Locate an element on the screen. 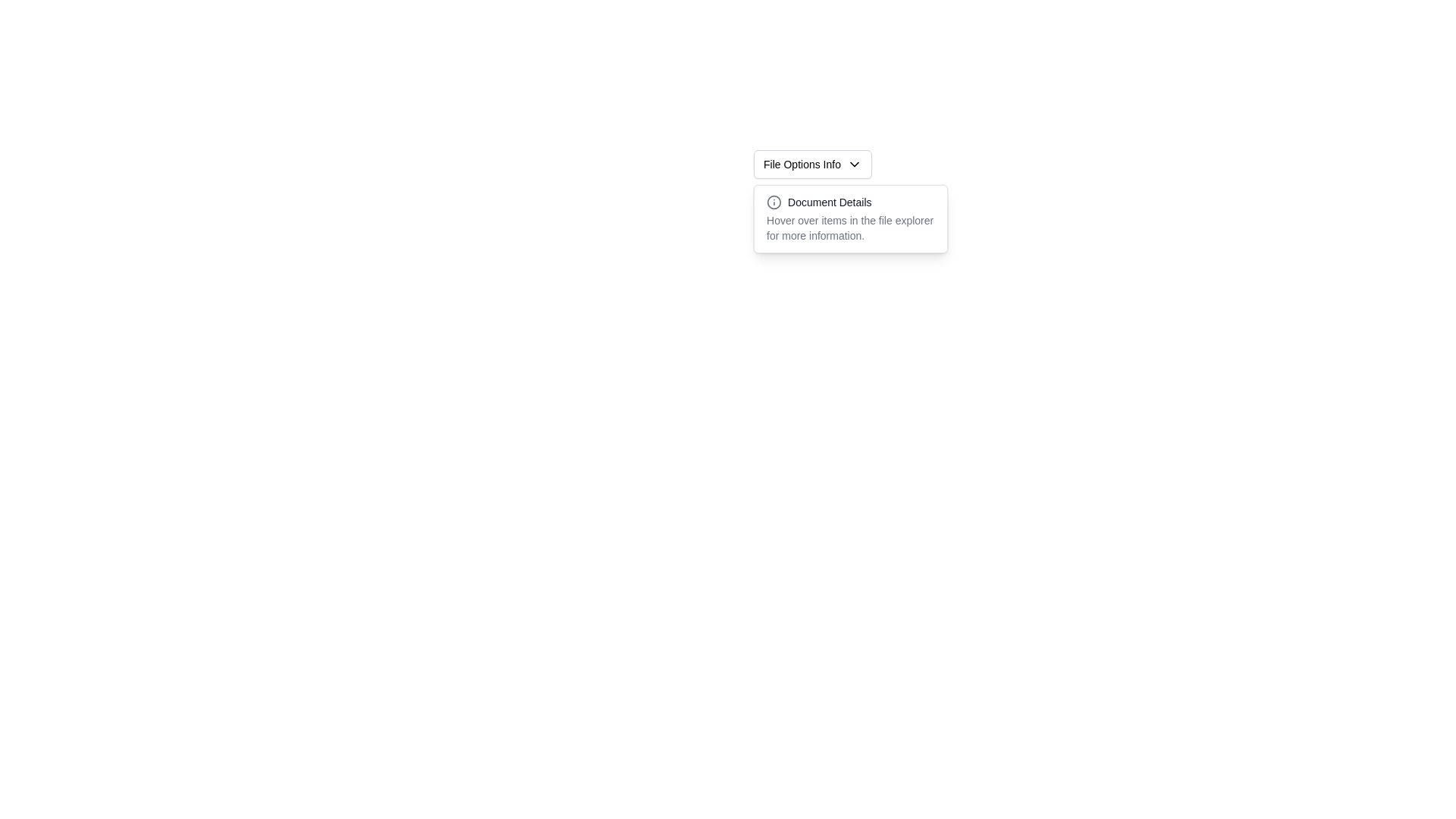 This screenshot has width=1456, height=819. the chevron icon located to the right of the 'File Options Info' button is located at coordinates (855, 164).